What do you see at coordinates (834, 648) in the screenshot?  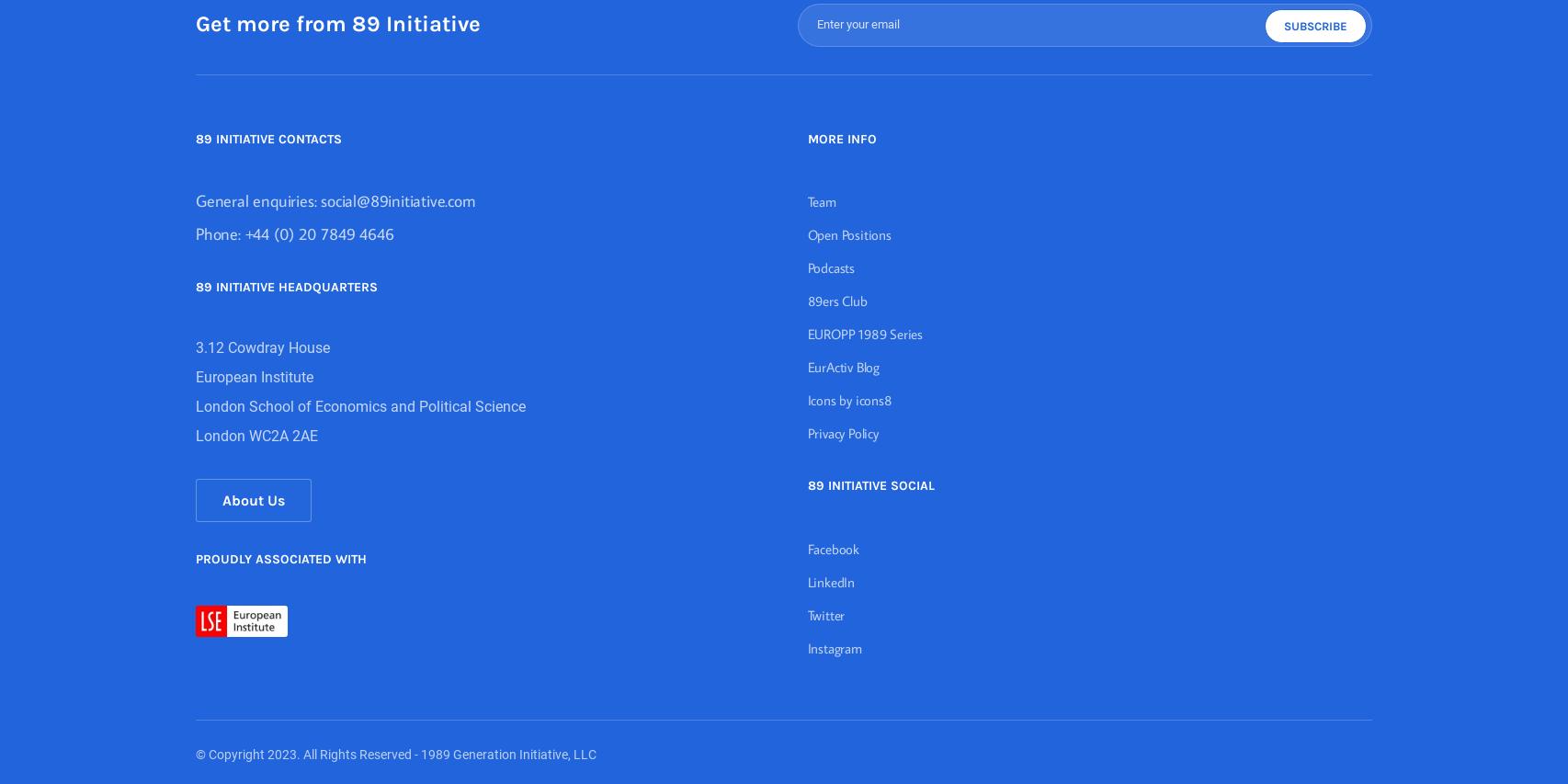 I see `'Instagram'` at bounding box center [834, 648].